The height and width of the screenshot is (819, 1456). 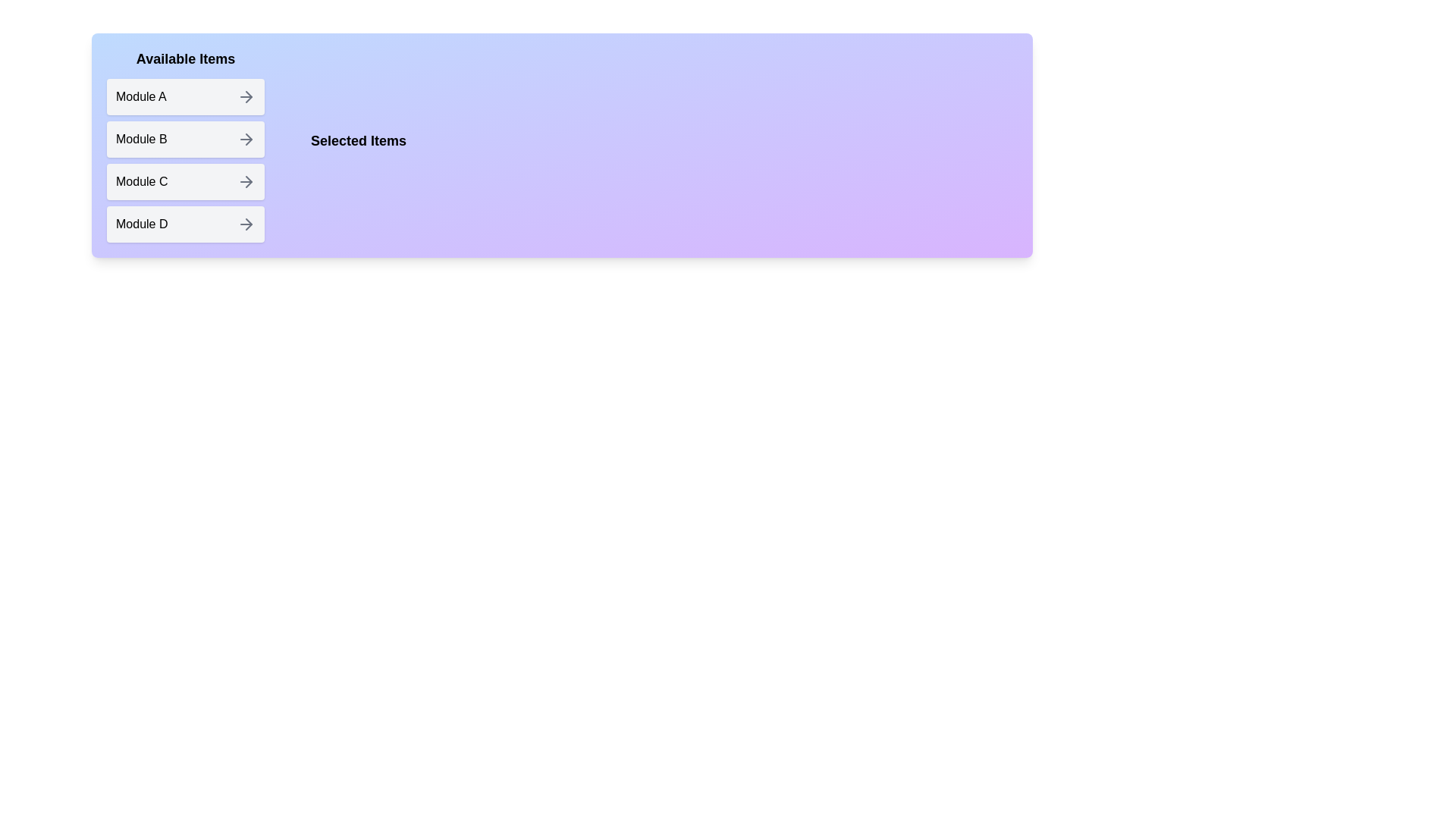 I want to click on arrow button next to the item Module D in the 'Available Items' list to transfer it to the 'Selected Items' list, so click(x=246, y=224).